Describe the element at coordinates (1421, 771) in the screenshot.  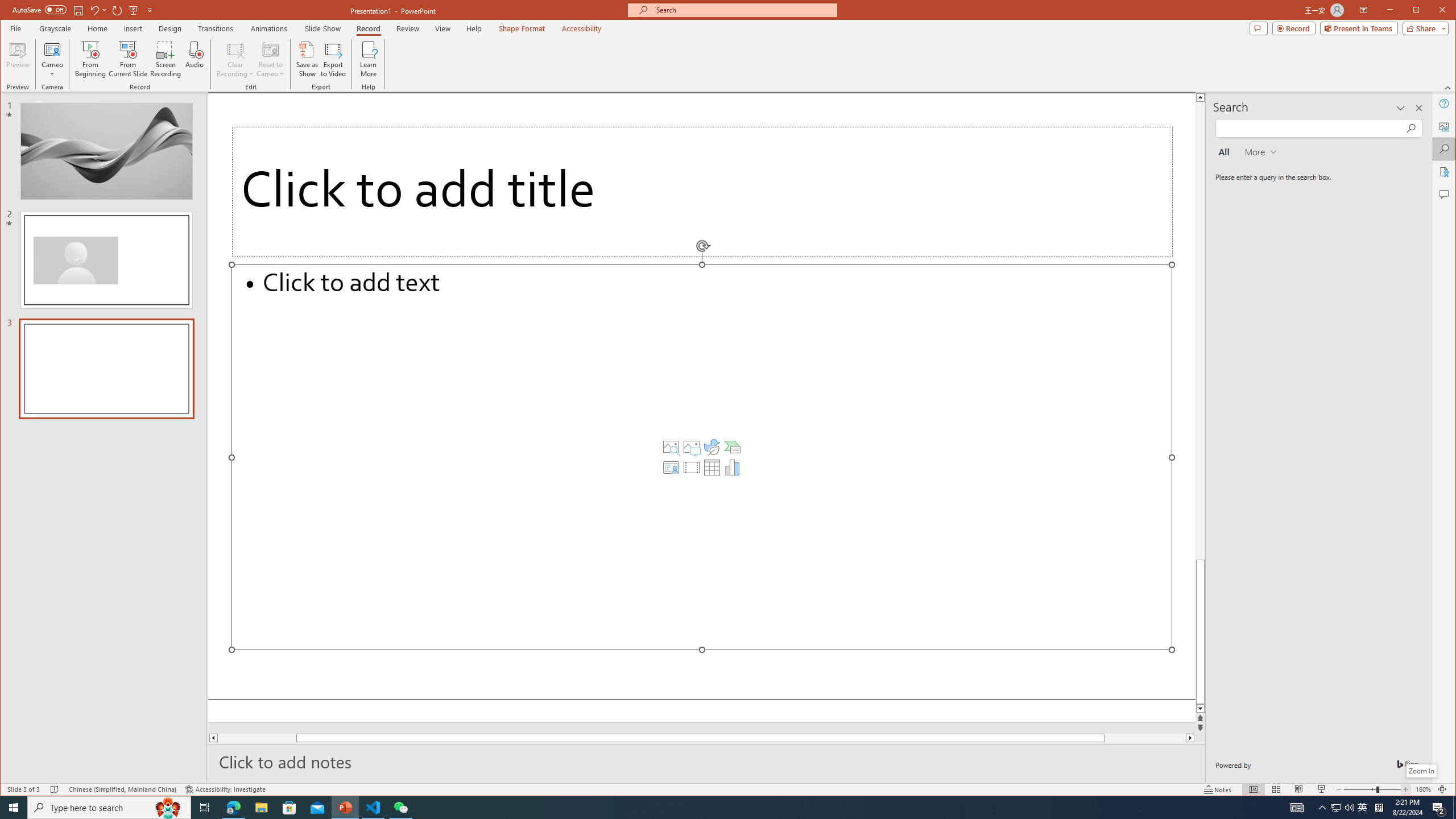
I see `'Zoom In'` at that location.